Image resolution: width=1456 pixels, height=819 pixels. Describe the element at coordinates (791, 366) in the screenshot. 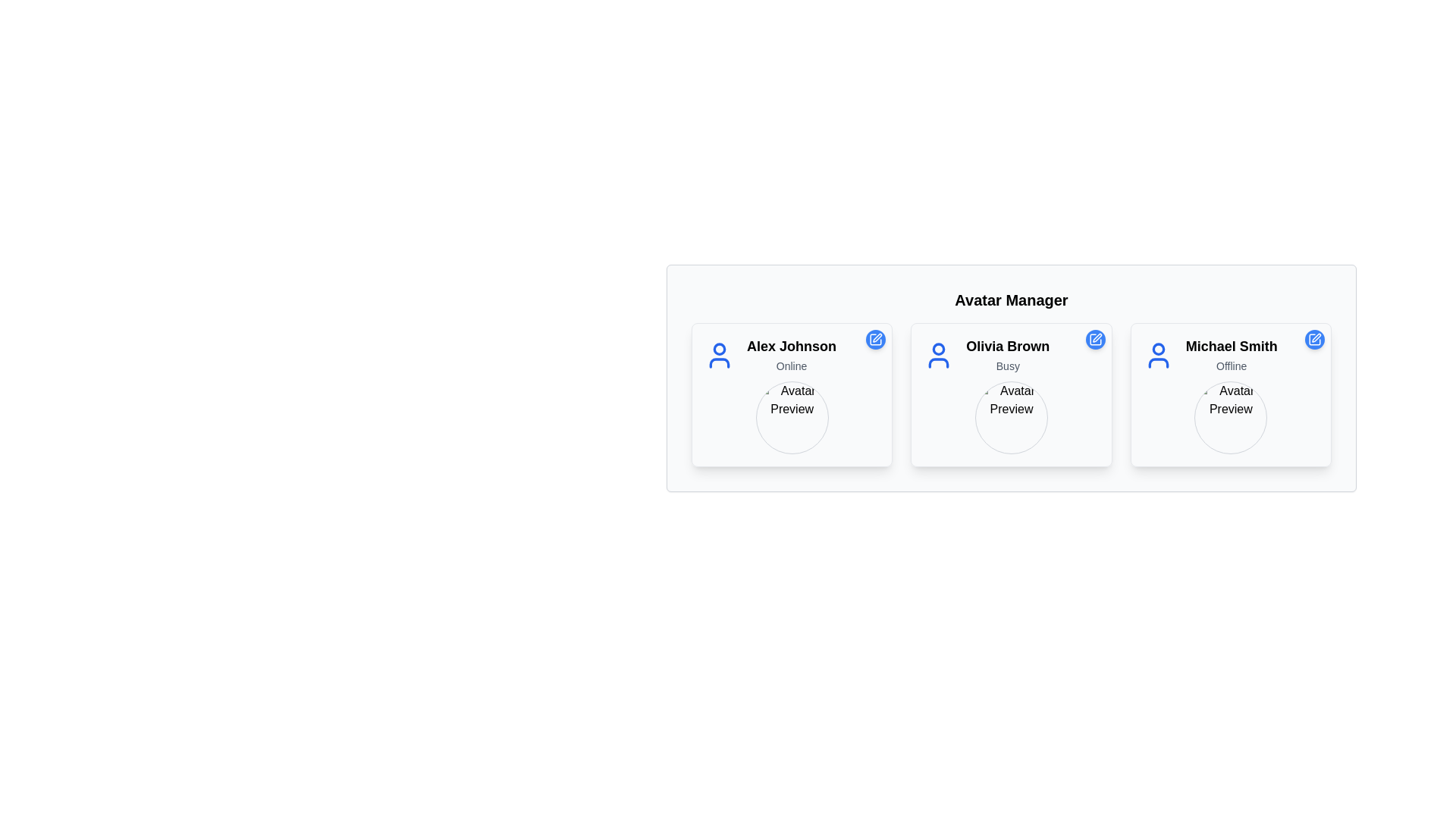

I see `the text label displaying 'Online' located below the 'Alex Johnson' main name label within the card for Alex Johnson` at that location.